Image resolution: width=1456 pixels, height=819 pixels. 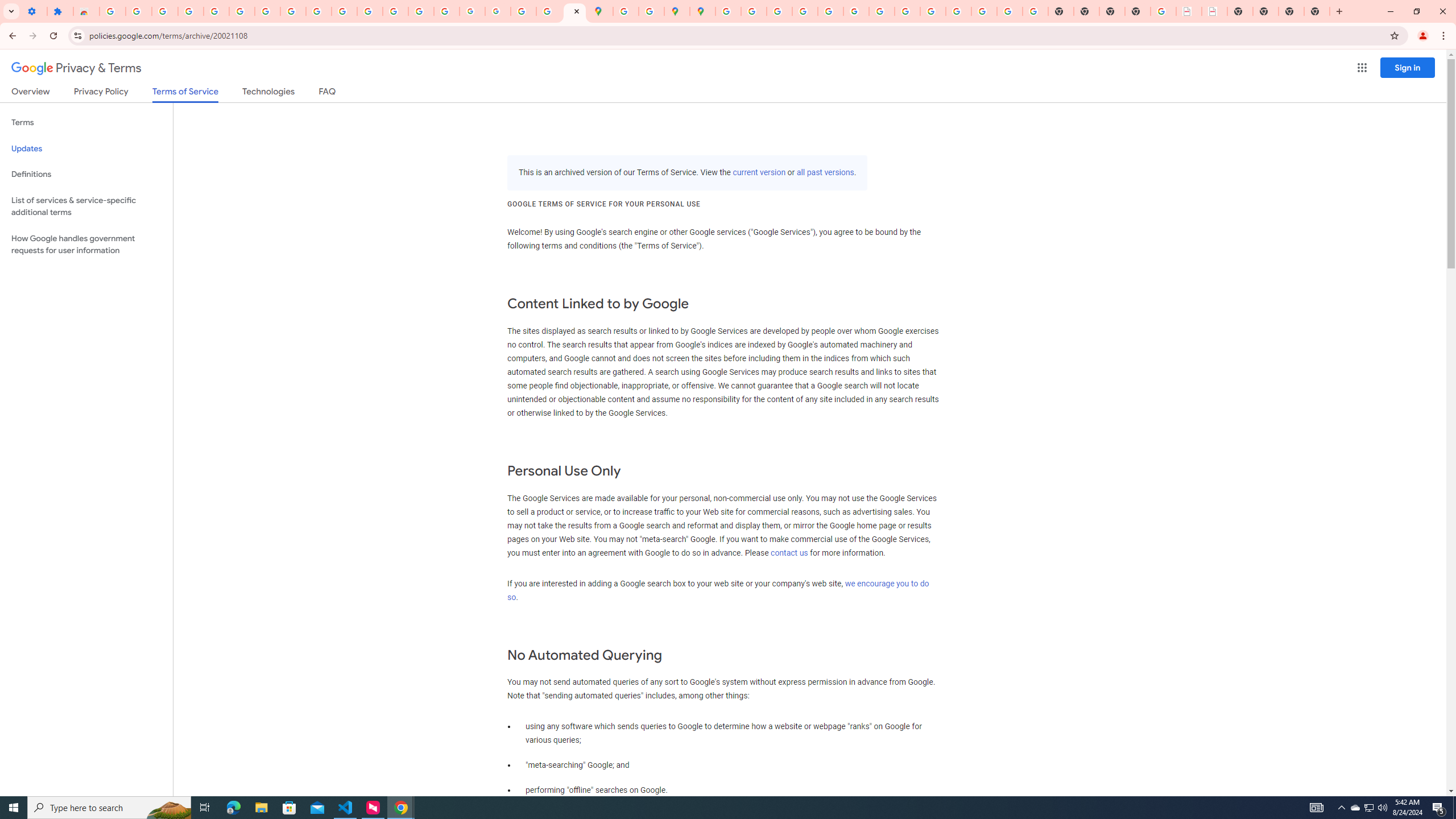 I want to click on 'Settings - On startup', so click(x=34, y=11).